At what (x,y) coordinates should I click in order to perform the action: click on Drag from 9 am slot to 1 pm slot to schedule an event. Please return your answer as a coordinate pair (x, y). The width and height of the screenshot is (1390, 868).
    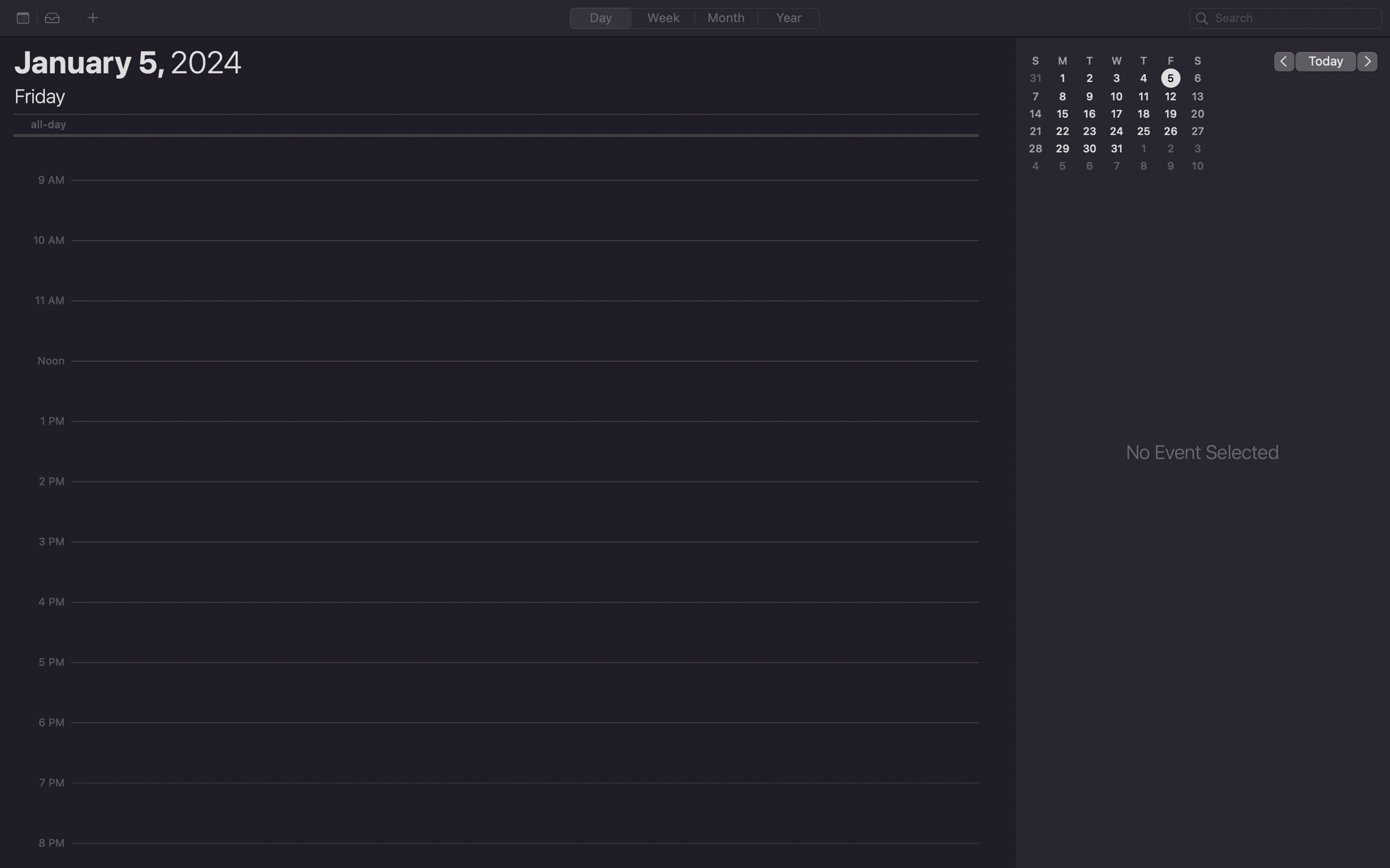
    Looking at the image, I should click on (528, 185).